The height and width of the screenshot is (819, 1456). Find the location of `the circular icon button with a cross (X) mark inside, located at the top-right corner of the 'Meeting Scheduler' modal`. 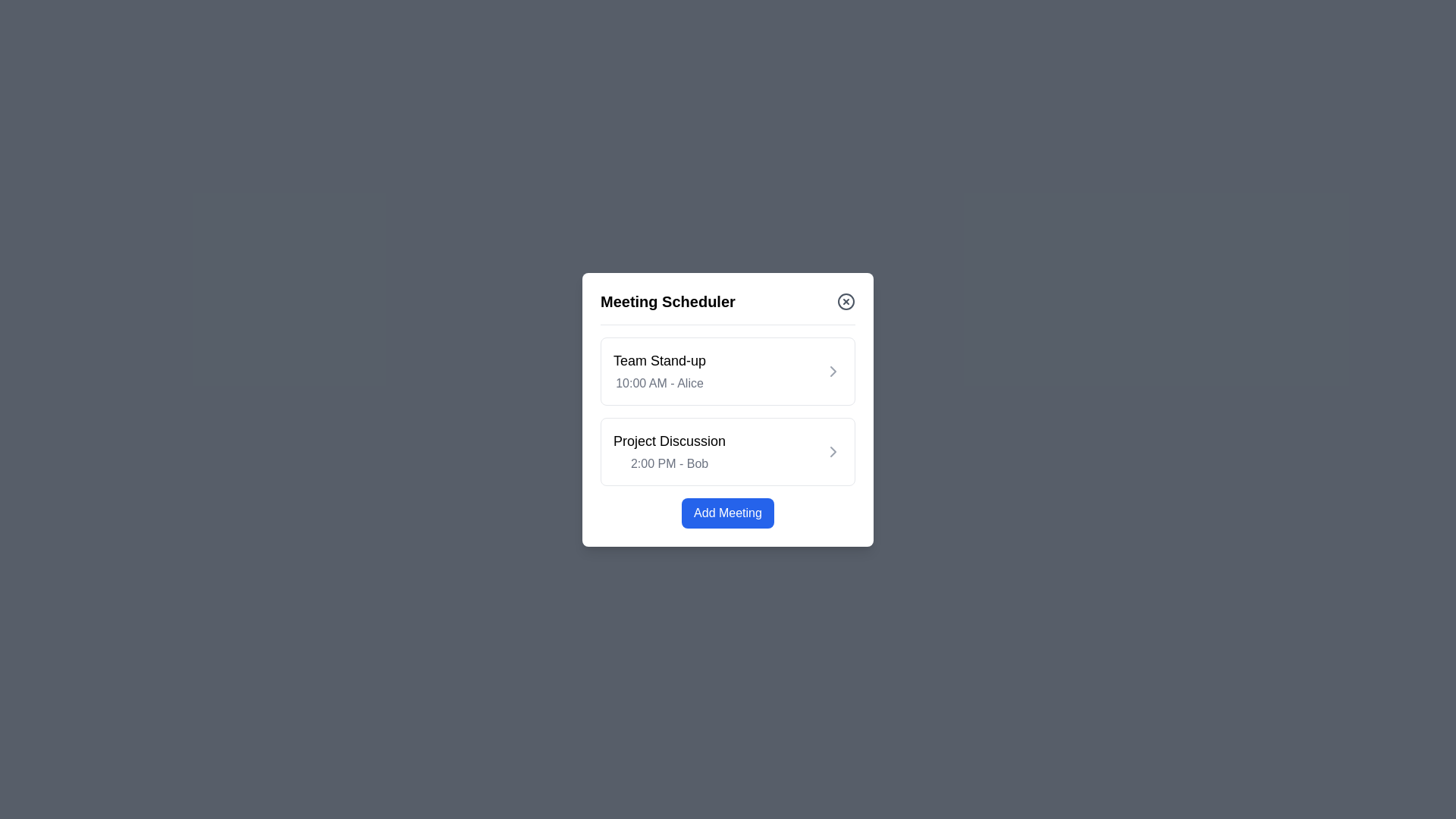

the circular icon button with a cross (X) mark inside, located at the top-right corner of the 'Meeting Scheduler' modal is located at coordinates (846, 301).